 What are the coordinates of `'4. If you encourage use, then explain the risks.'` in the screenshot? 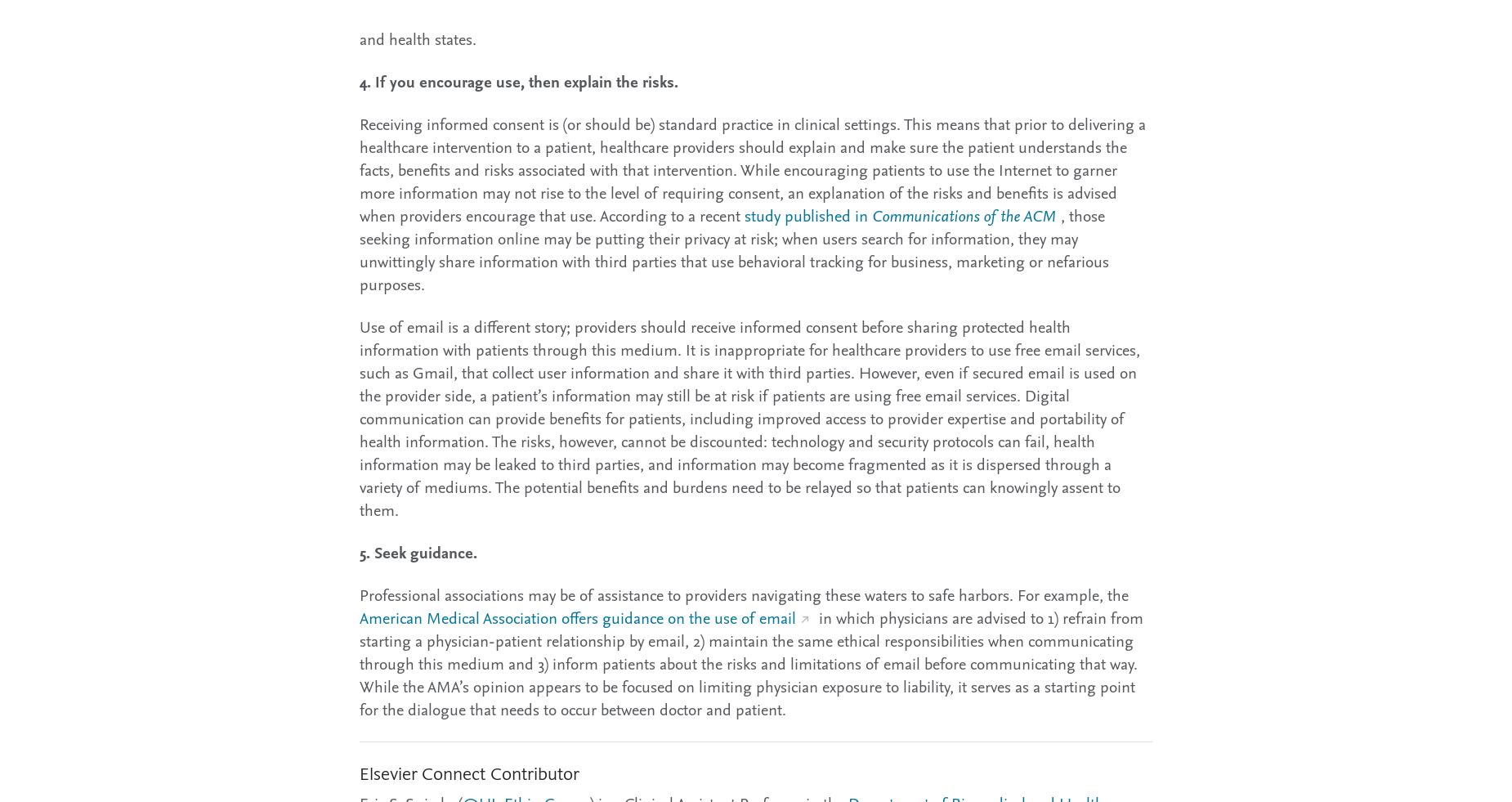 It's located at (518, 80).